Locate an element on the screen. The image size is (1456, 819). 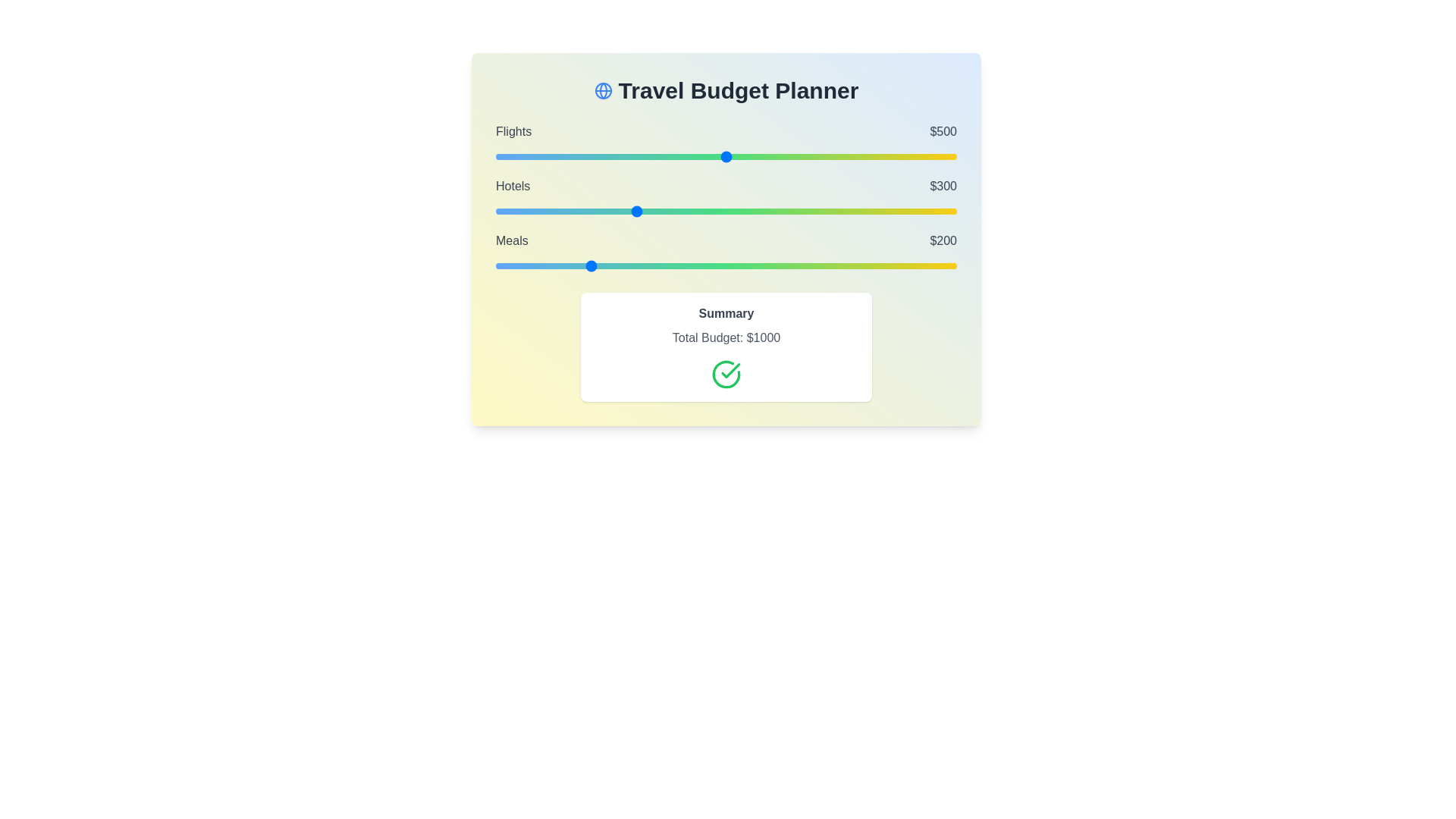
the 'Flights' budget slider to 528 is located at coordinates (739, 157).